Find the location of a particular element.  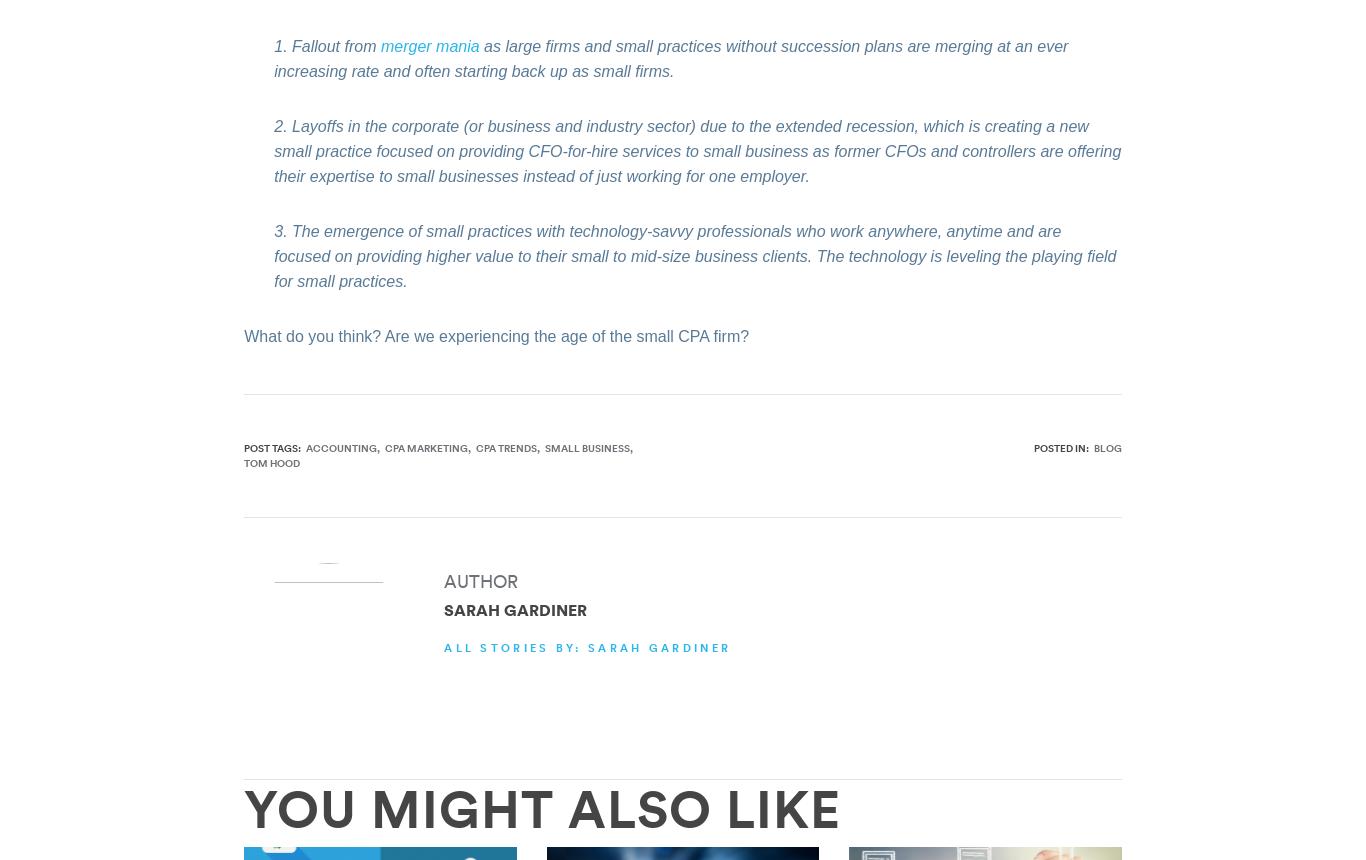

'AUTHOR' is located at coordinates (480, 581).